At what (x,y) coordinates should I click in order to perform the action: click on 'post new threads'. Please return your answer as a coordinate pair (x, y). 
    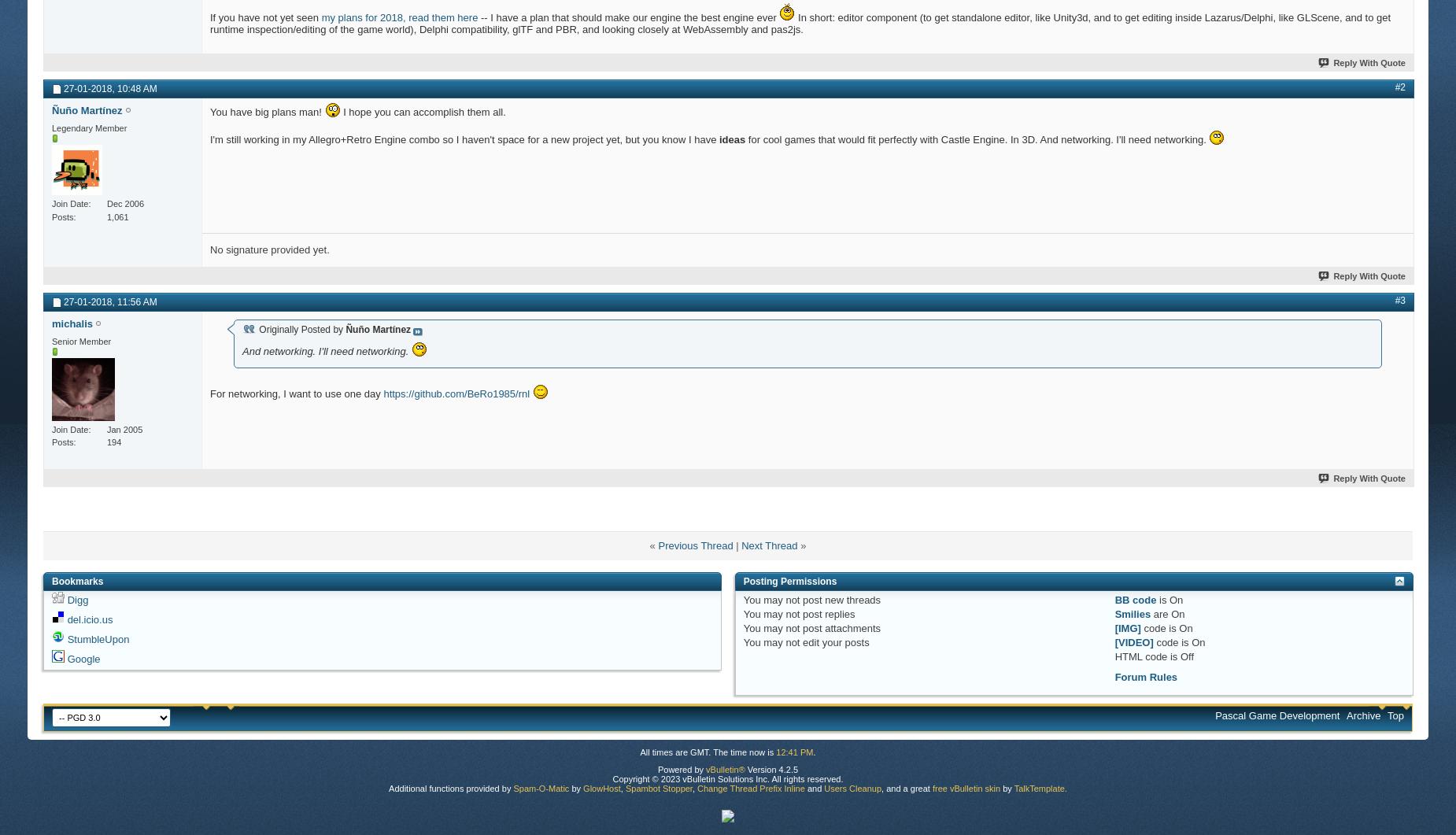
    Looking at the image, I should click on (839, 599).